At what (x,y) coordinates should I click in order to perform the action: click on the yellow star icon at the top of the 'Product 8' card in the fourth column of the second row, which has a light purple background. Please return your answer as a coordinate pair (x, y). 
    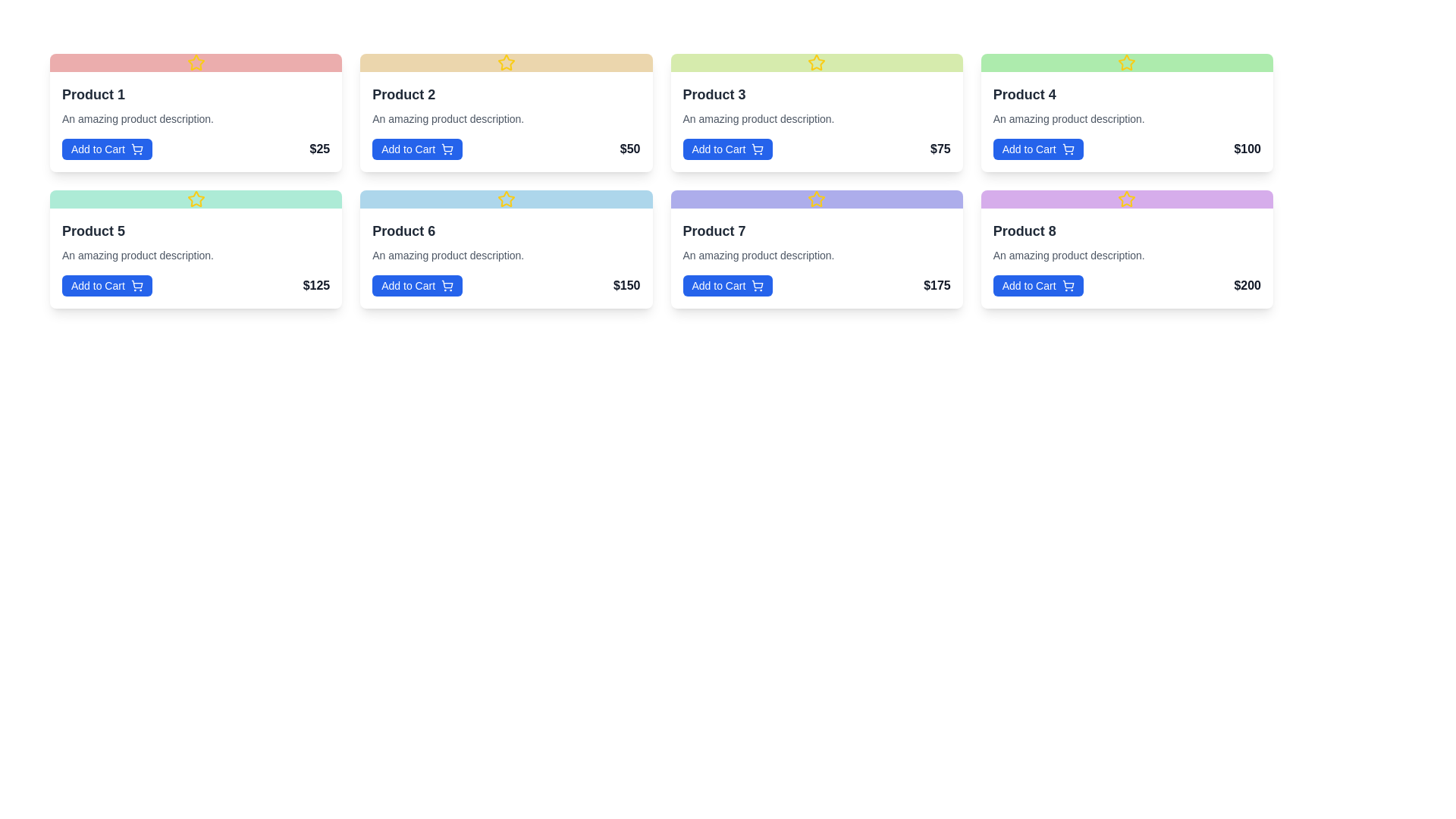
    Looking at the image, I should click on (1127, 198).